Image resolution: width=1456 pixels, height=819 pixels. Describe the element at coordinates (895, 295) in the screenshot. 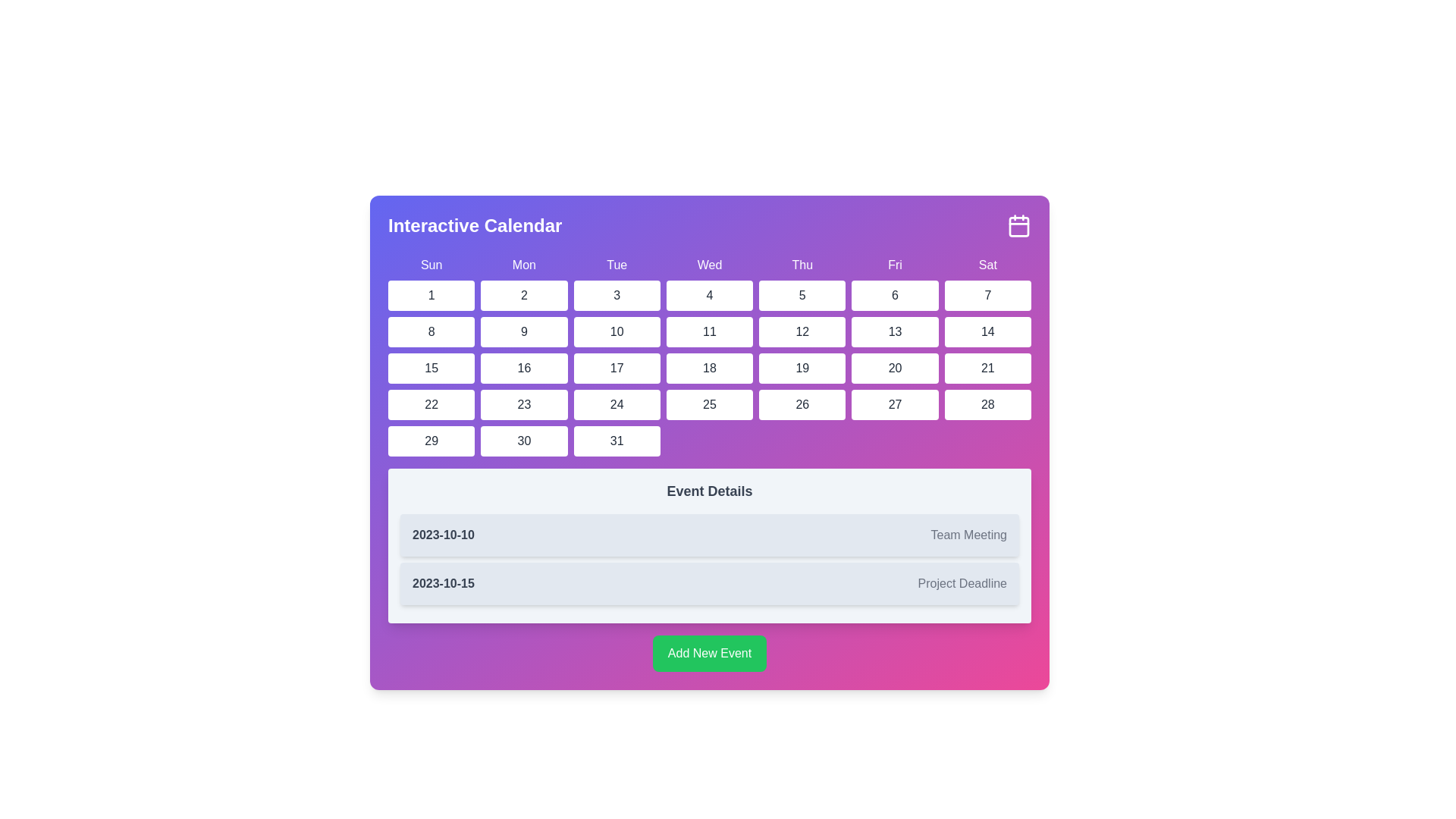

I see `the button displaying '6' in a bold dark-gray font within the calendar grid to trigger its hover styles` at that location.